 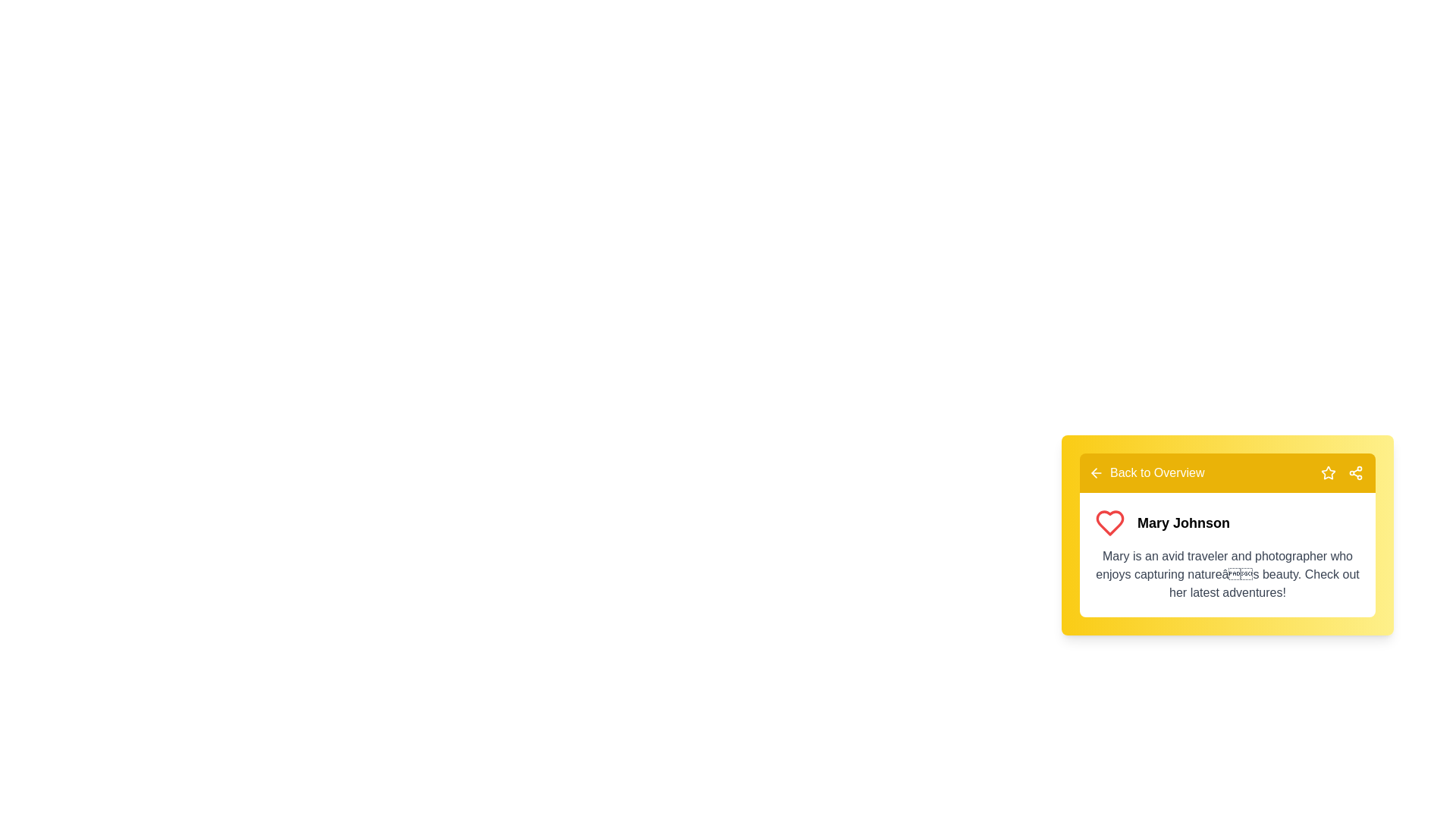 I want to click on the navigation Text label located in the yellow header bar of the card, which is positioned centrally next to a left-pointing arrow icon, so click(x=1156, y=472).